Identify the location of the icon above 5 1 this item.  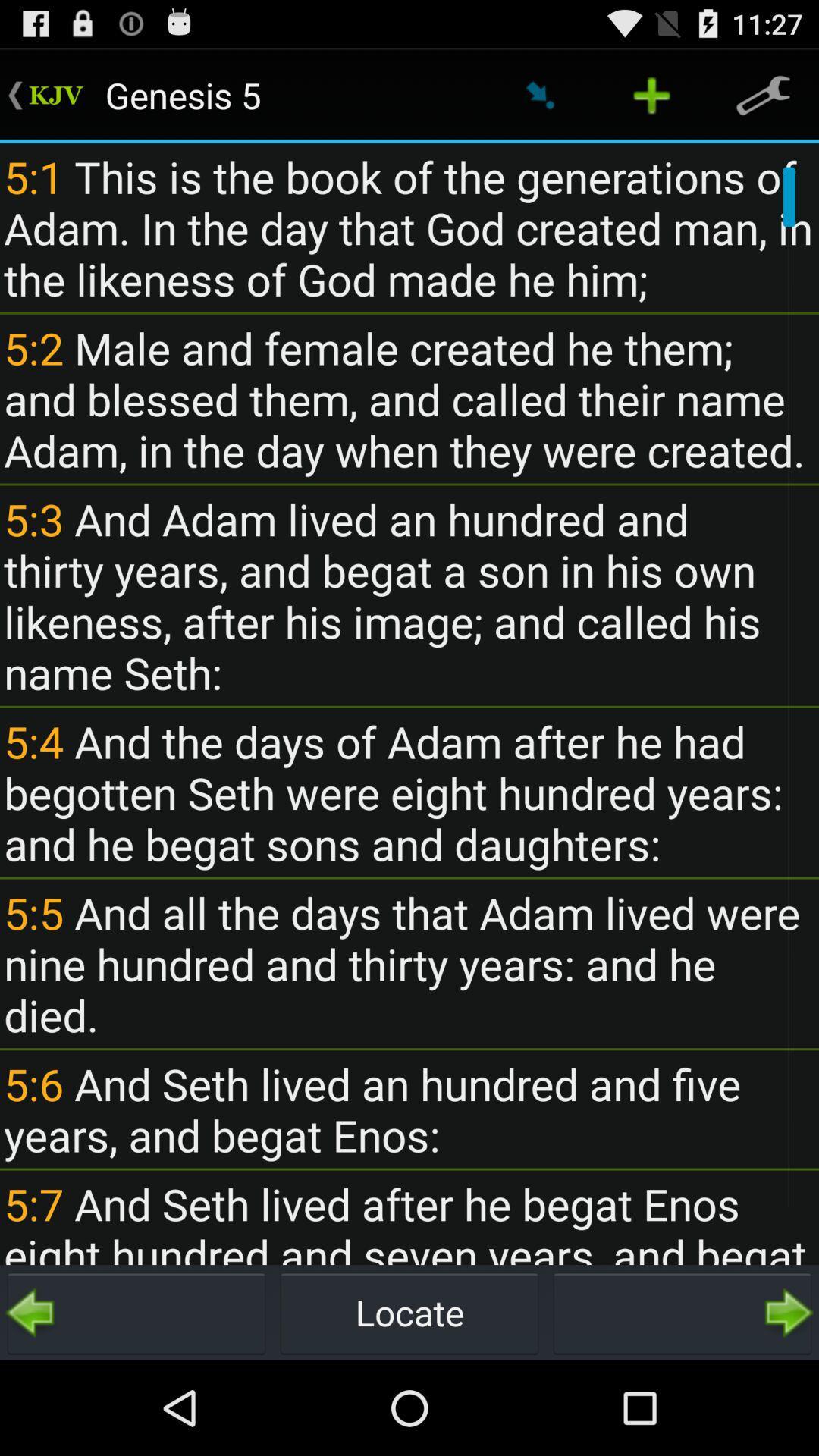
(763, 94).